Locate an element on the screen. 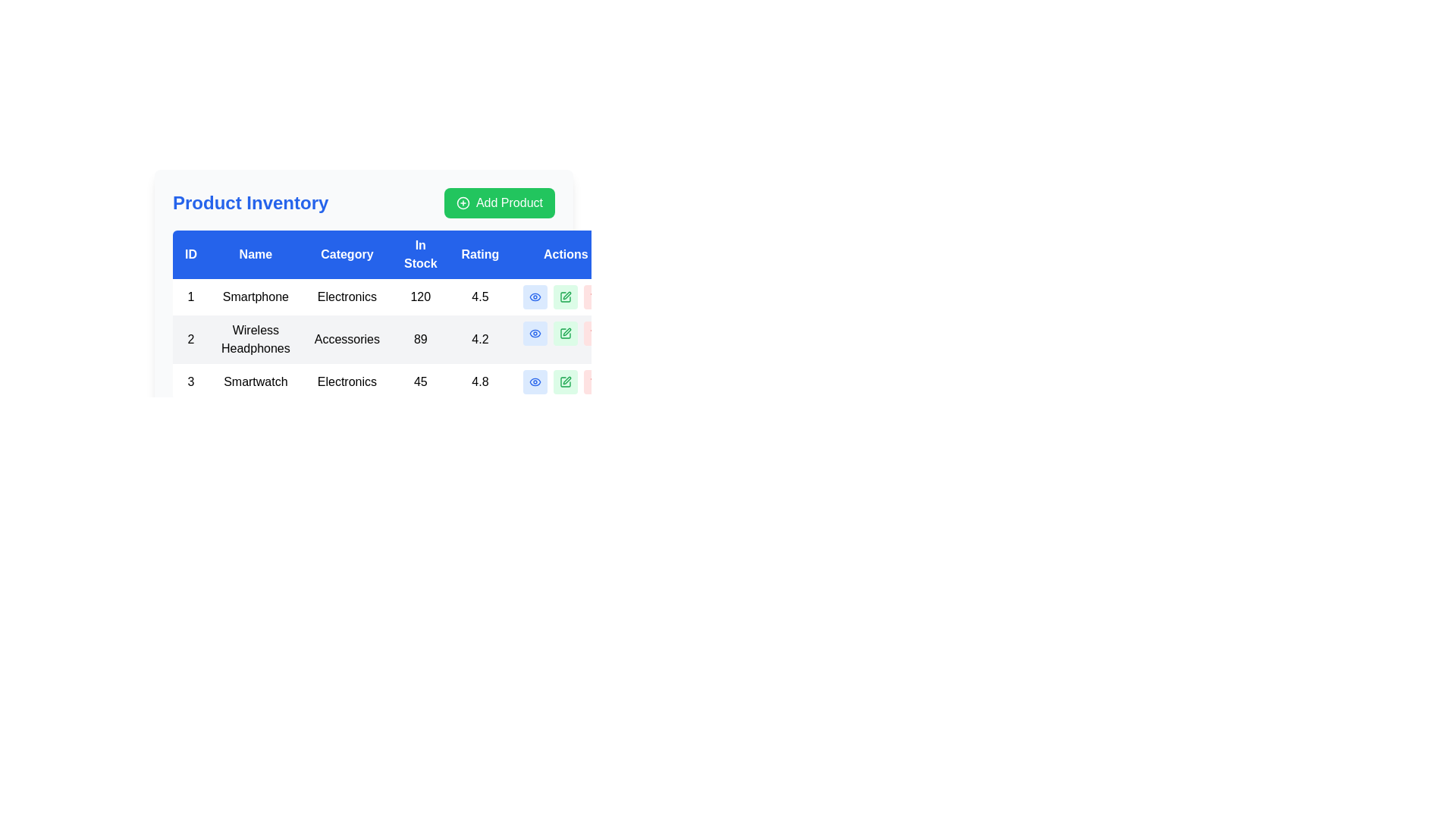 This screenshot has width=1456, height=819. the table cell displaying the stock quantity for 'Wireless Headphones' in the 'In Stock' column by is located at coordinates (420, 338).